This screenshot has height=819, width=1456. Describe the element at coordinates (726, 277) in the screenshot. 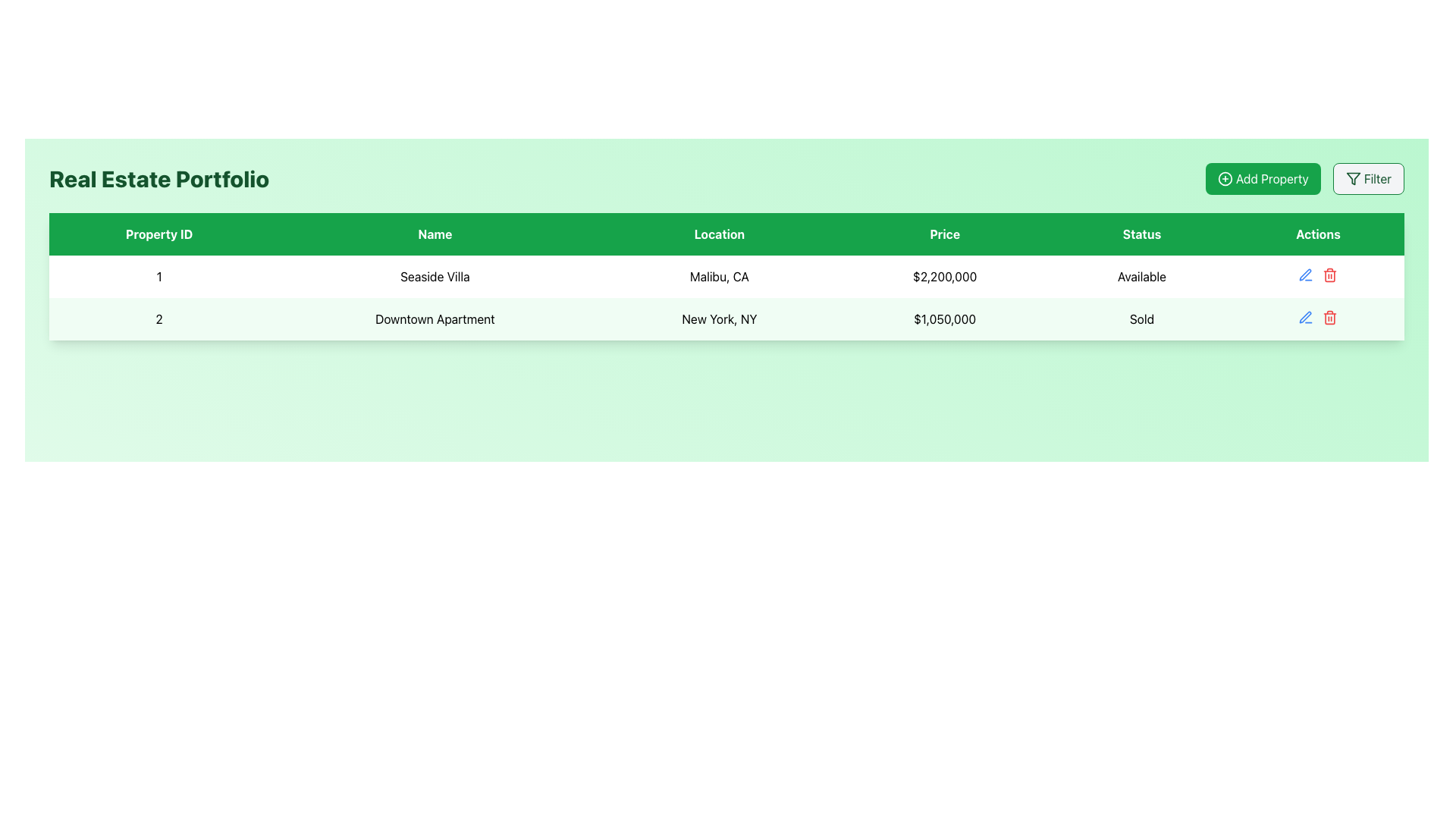

I see `the first row` at that location.